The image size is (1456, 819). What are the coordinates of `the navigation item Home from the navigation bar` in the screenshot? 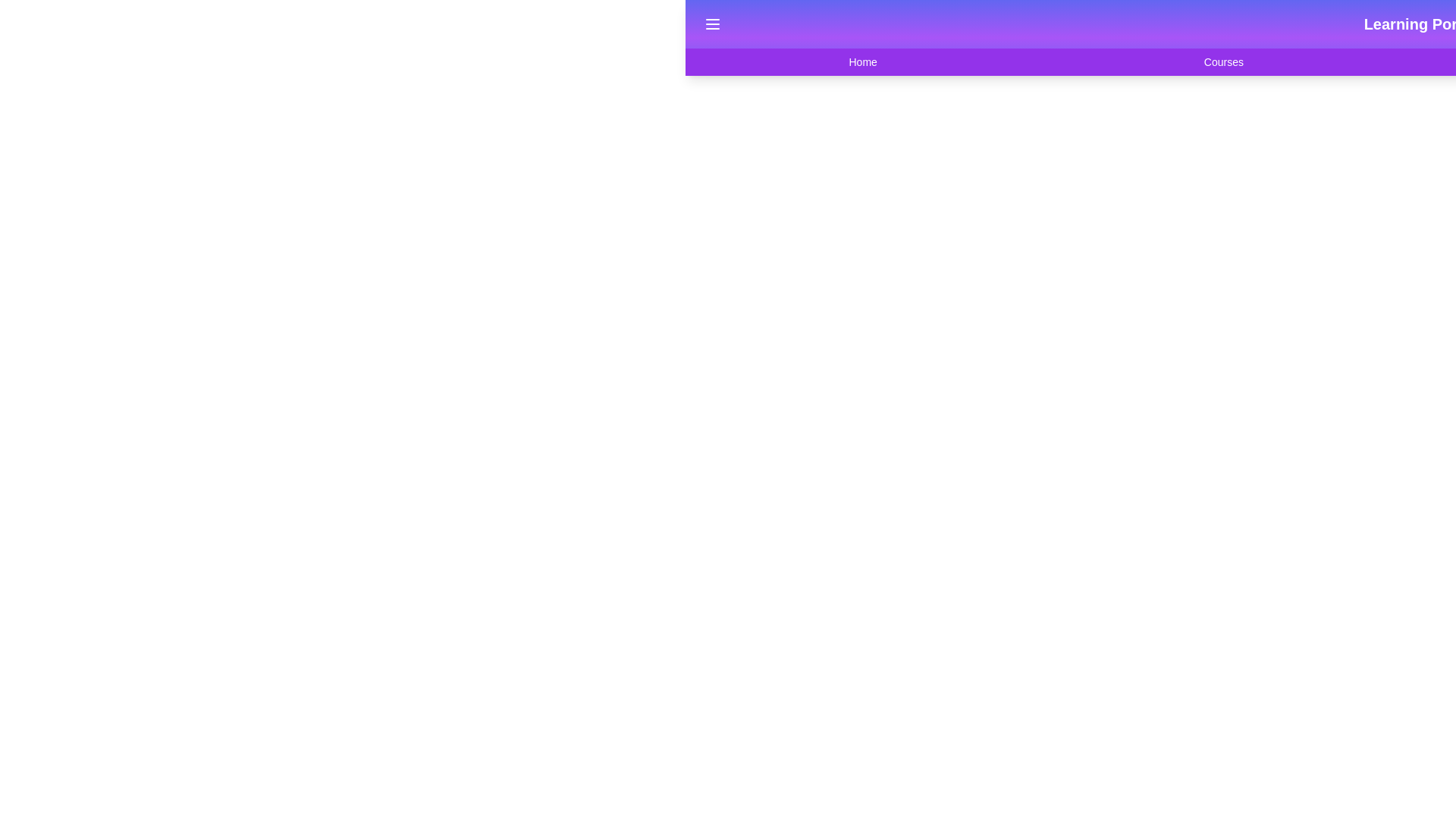 It's located at (862, 61).